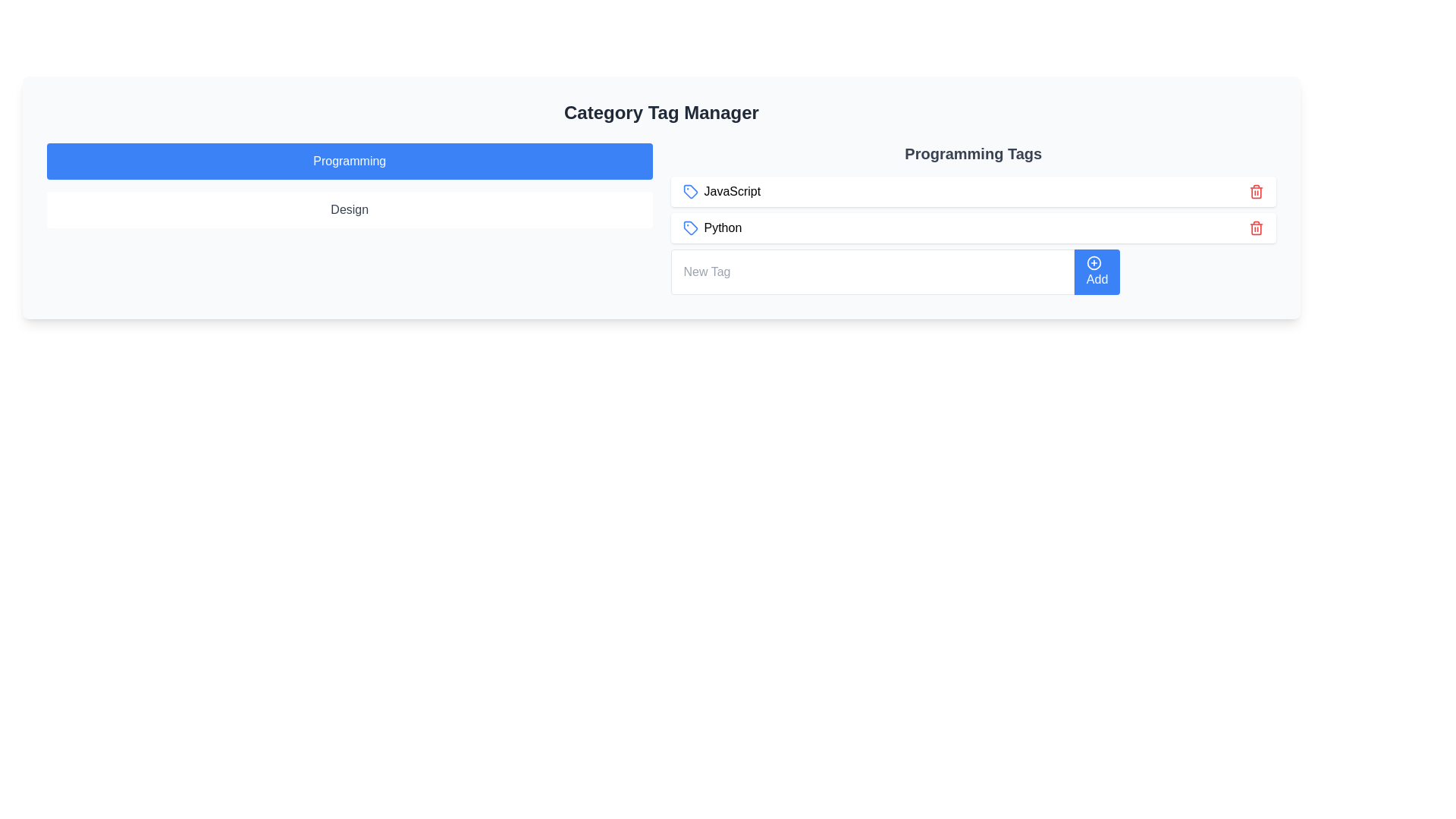  What do you see at coordinates (349, 210) in the screenshot?
I see `the second button in the vertical list that allows users` at bounding box center [349, 210].